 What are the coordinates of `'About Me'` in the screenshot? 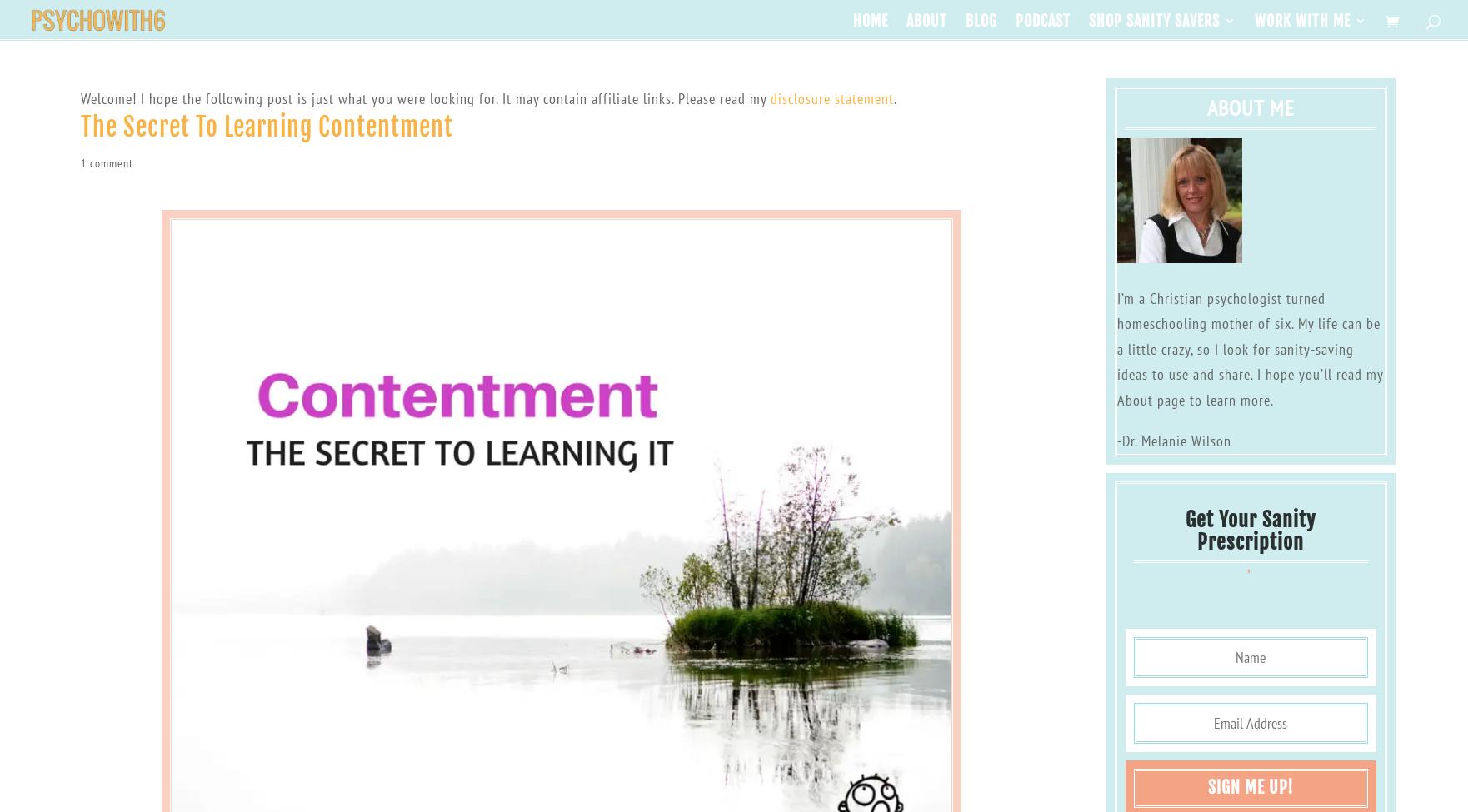 It's located at (1206, 107).